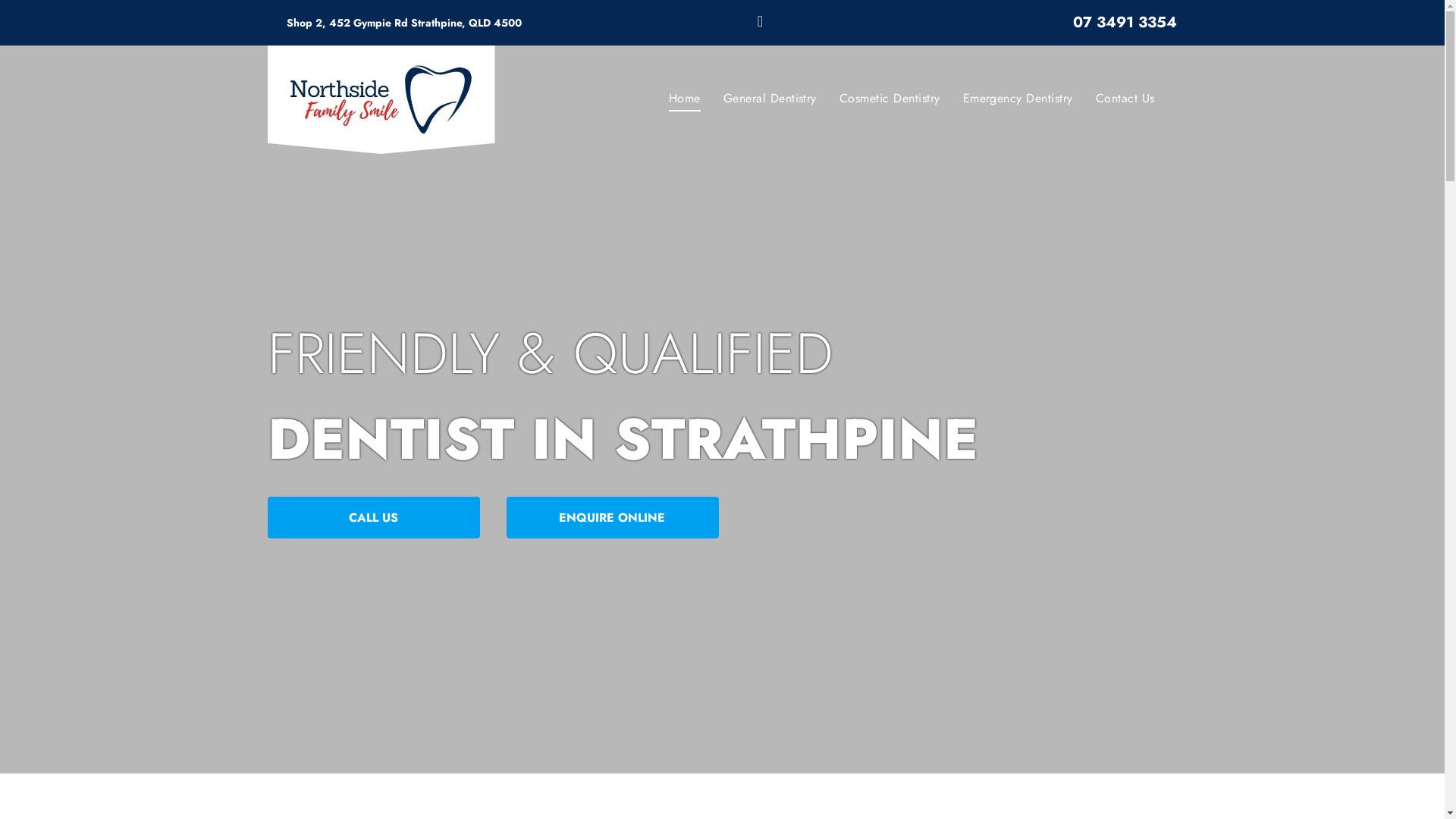 The height and width of the screenshot is (819, 1456). I want to click on 'Northside Family Smiles', so click(381, 99).